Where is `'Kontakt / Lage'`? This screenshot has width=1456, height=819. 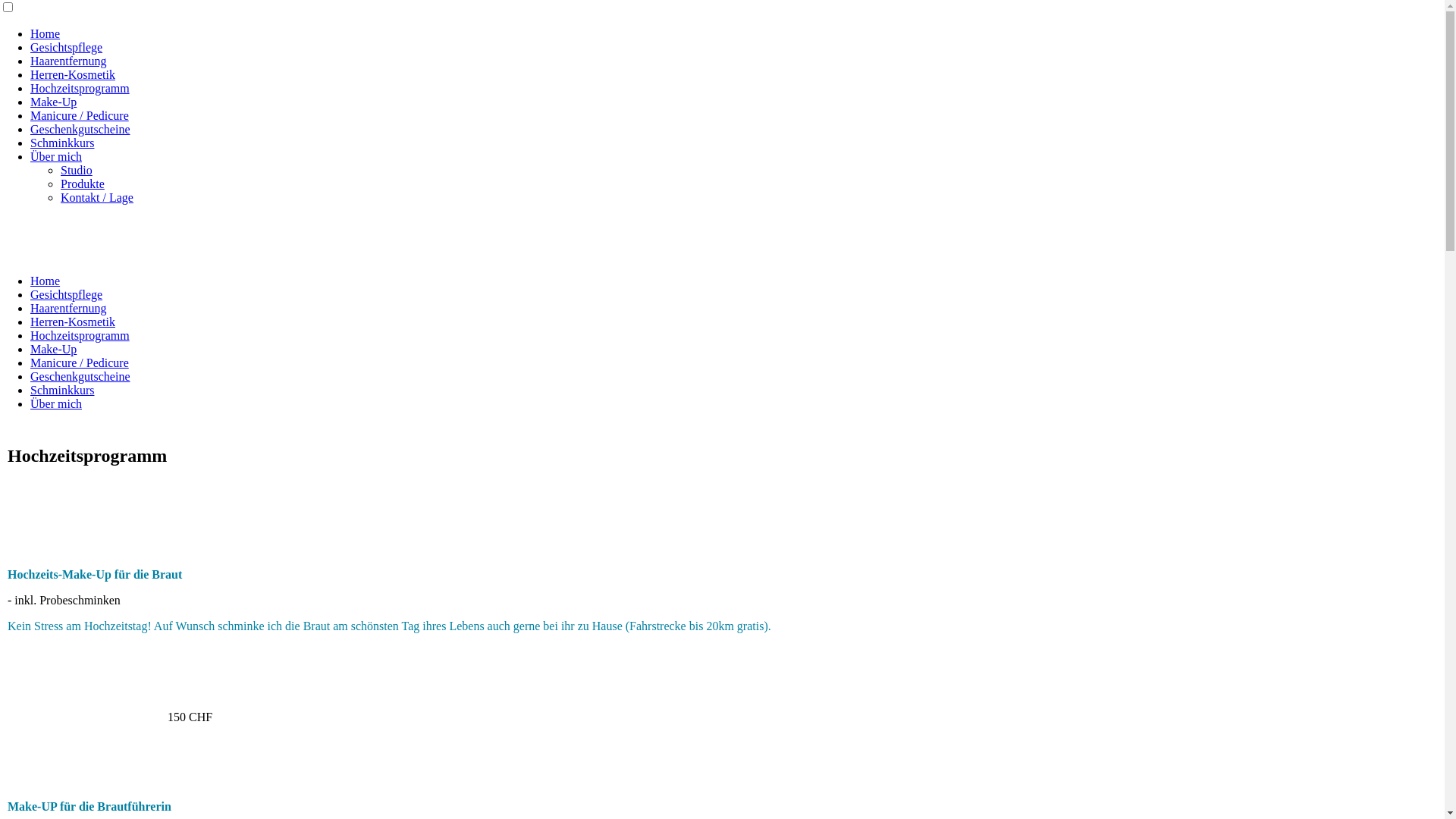 'Kontakt / Lage' is located at coordinates (61, 196).